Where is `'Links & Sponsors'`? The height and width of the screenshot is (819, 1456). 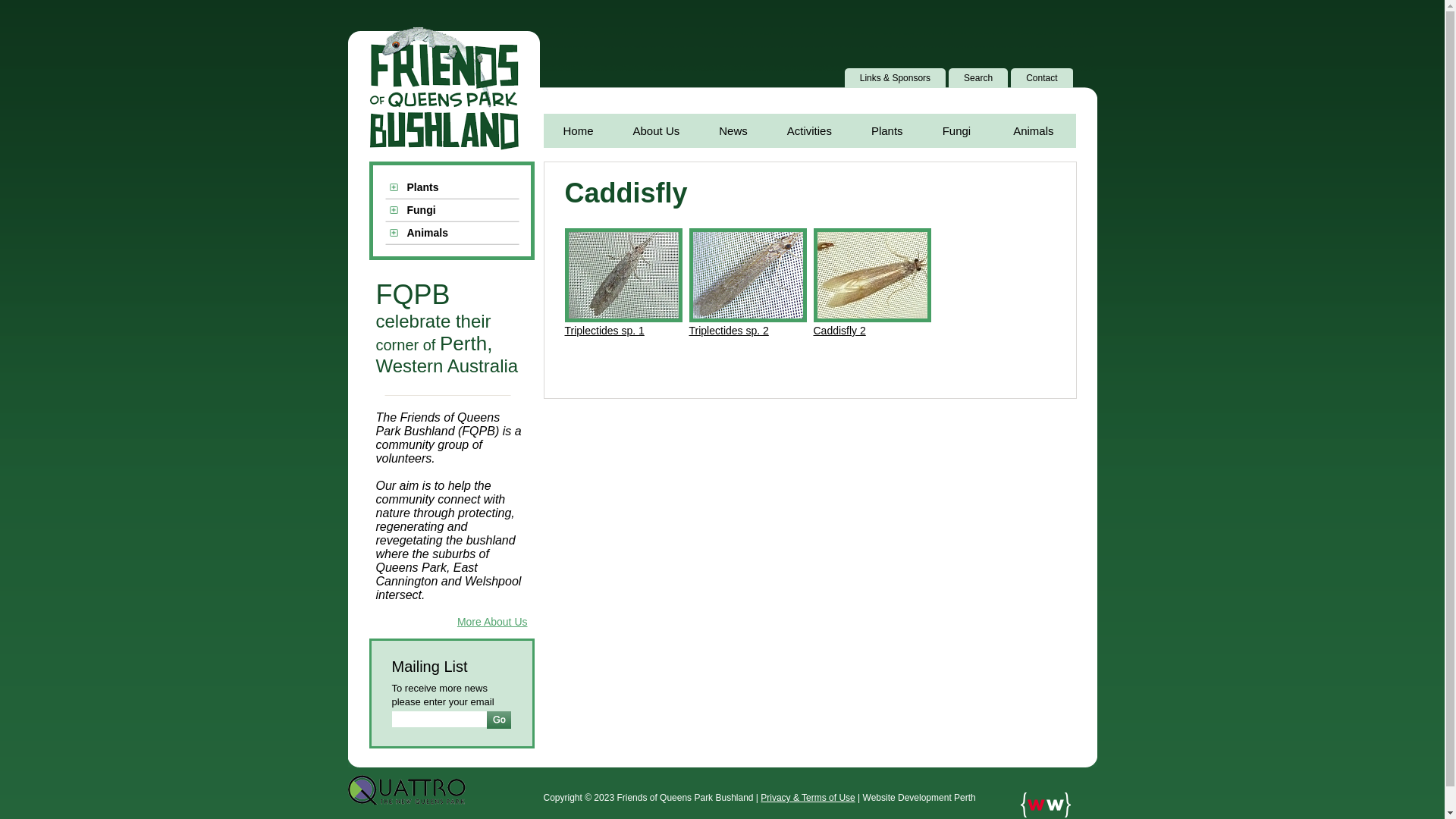 'Links & Sponsors' is located at coordinates (898, 78).